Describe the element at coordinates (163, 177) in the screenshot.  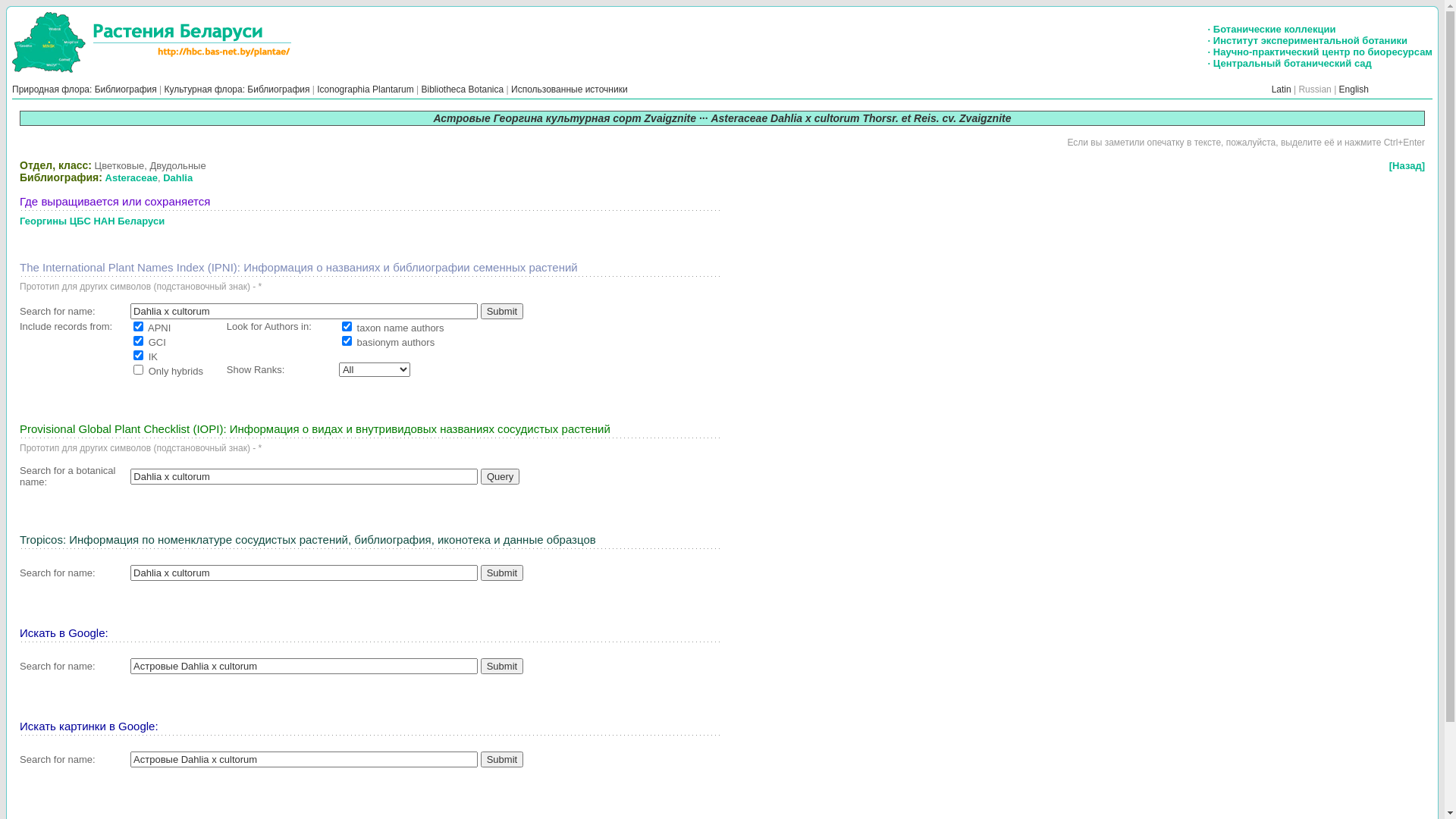
I see `'Dahlia'` at that location.